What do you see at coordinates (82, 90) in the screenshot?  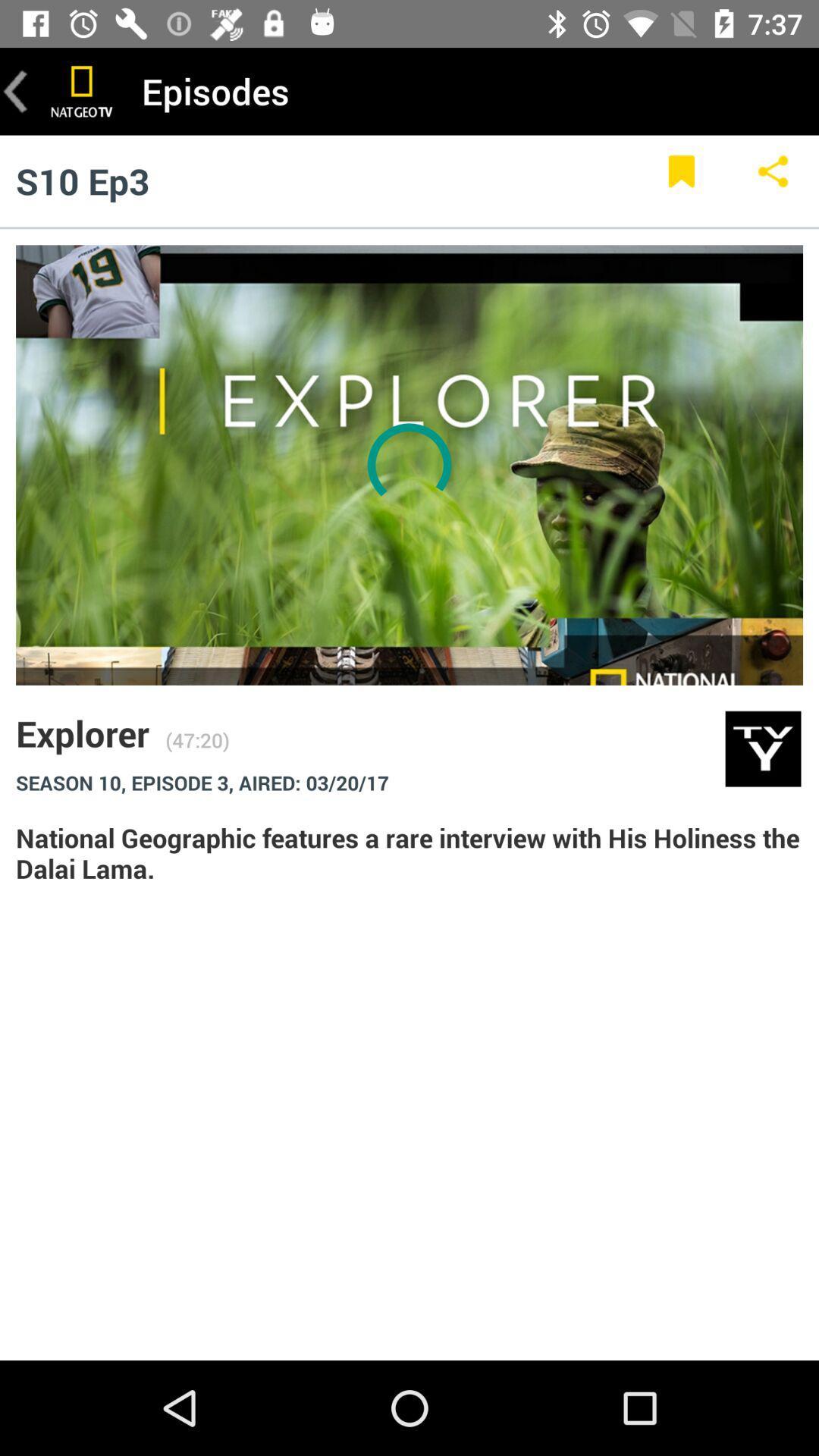 I see `website link` at bounding box center [82, 90].